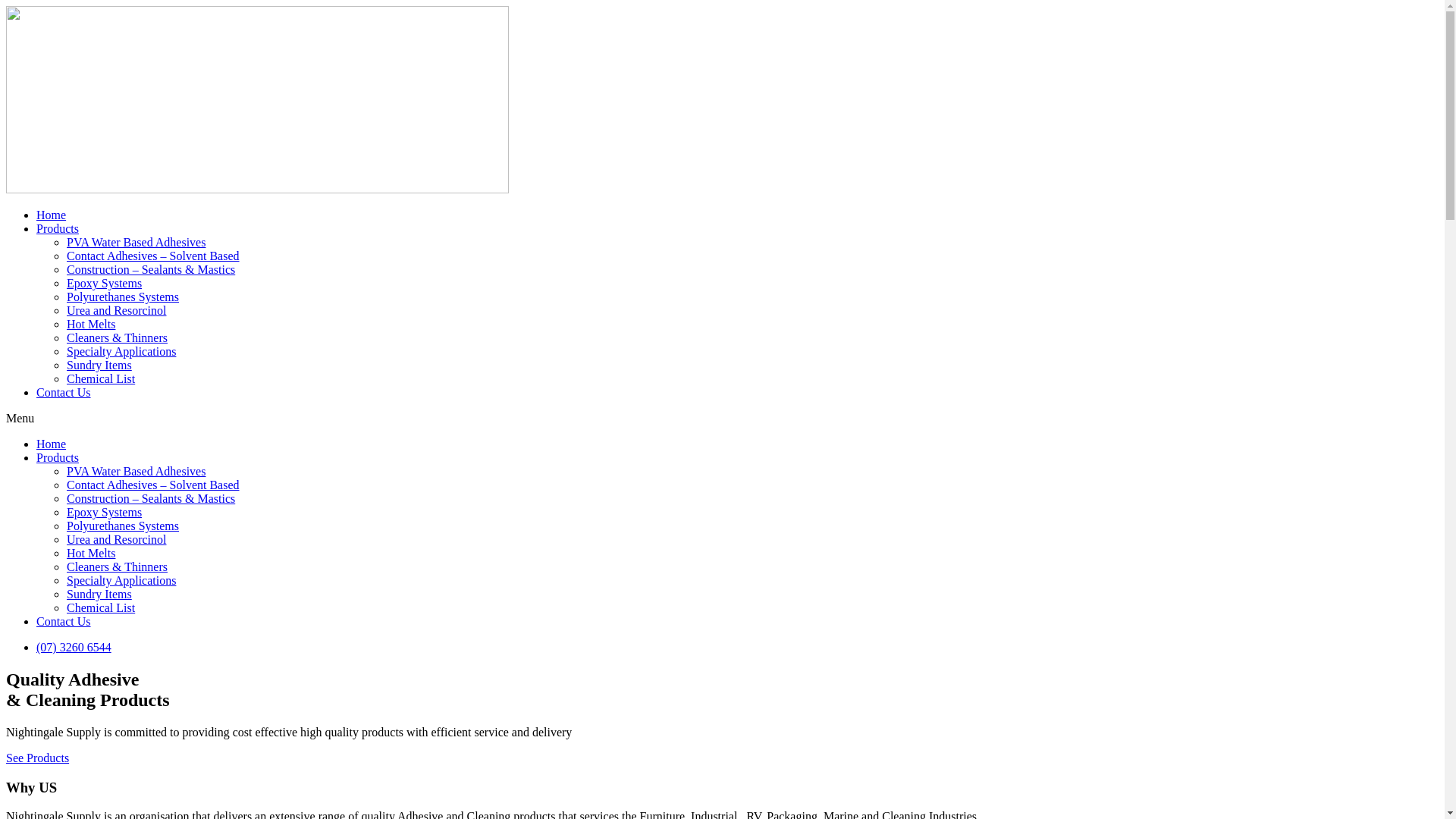 This screenshot has width=1456, height=819. I want to click on 'Home', so click(36, 215).